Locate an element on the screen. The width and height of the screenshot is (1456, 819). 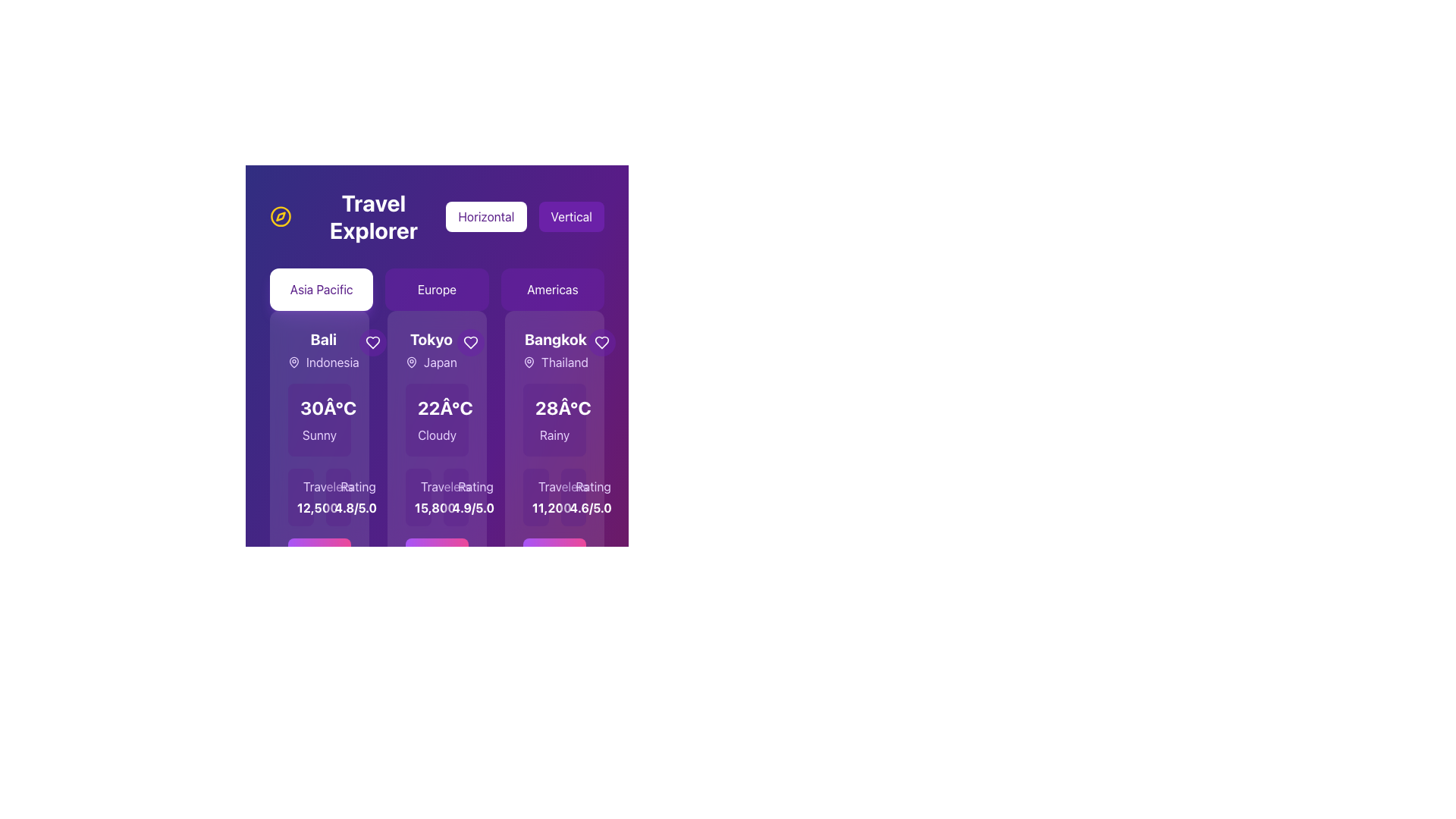
the temperature display (28°C) for Bangkok located at the top of the weather information card, which is the third card in a row of weather cards is located at coordinates (554, 406).